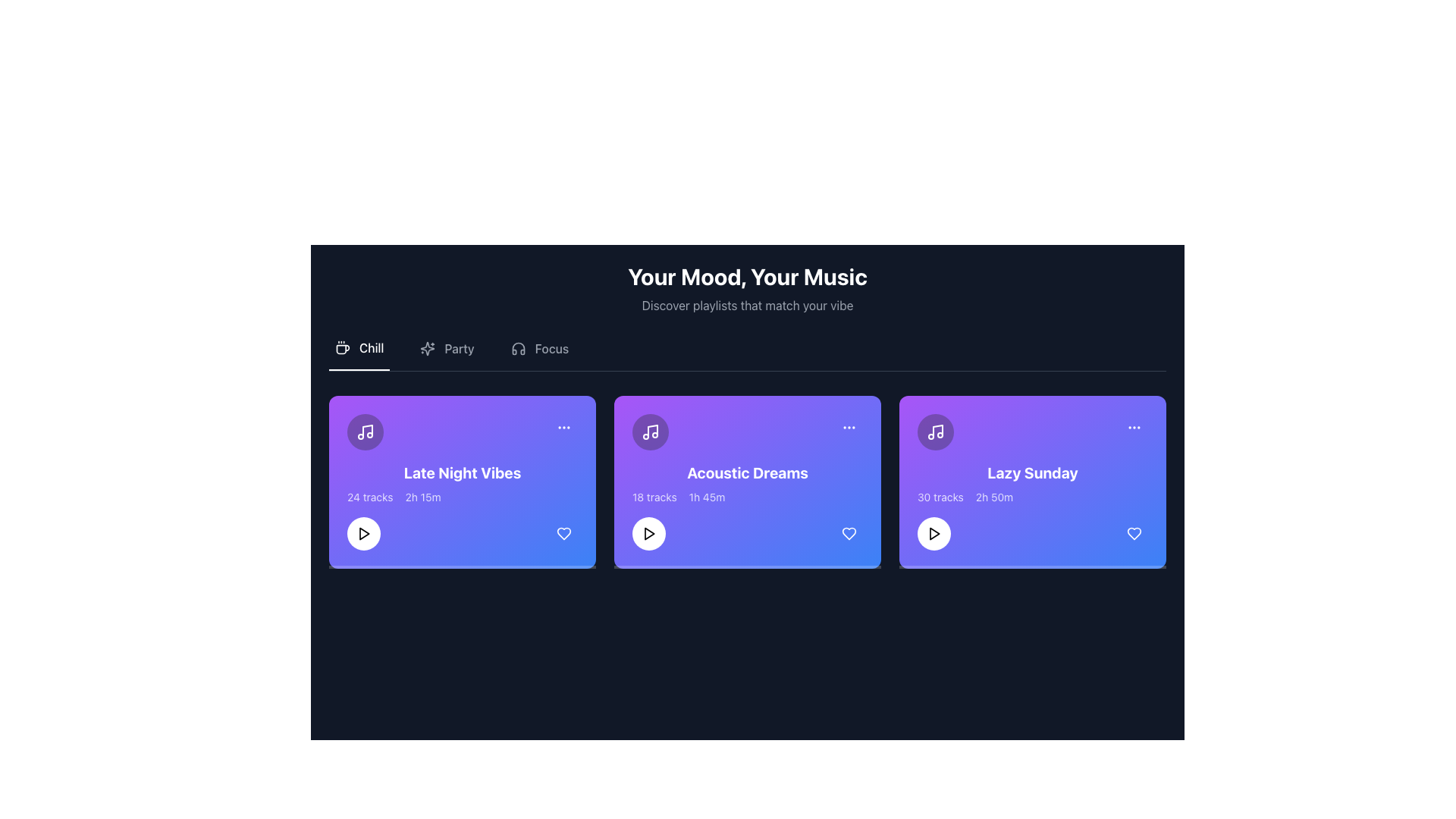 The height and width of the screenshot is (819, 1456). What do you see at coordinates (458, 348) in the screenshot?
I see `the 'Party' text label, which is the second item in the navigation menu, styled in light gray on a dark blue background` at bounding box center [458, 348].